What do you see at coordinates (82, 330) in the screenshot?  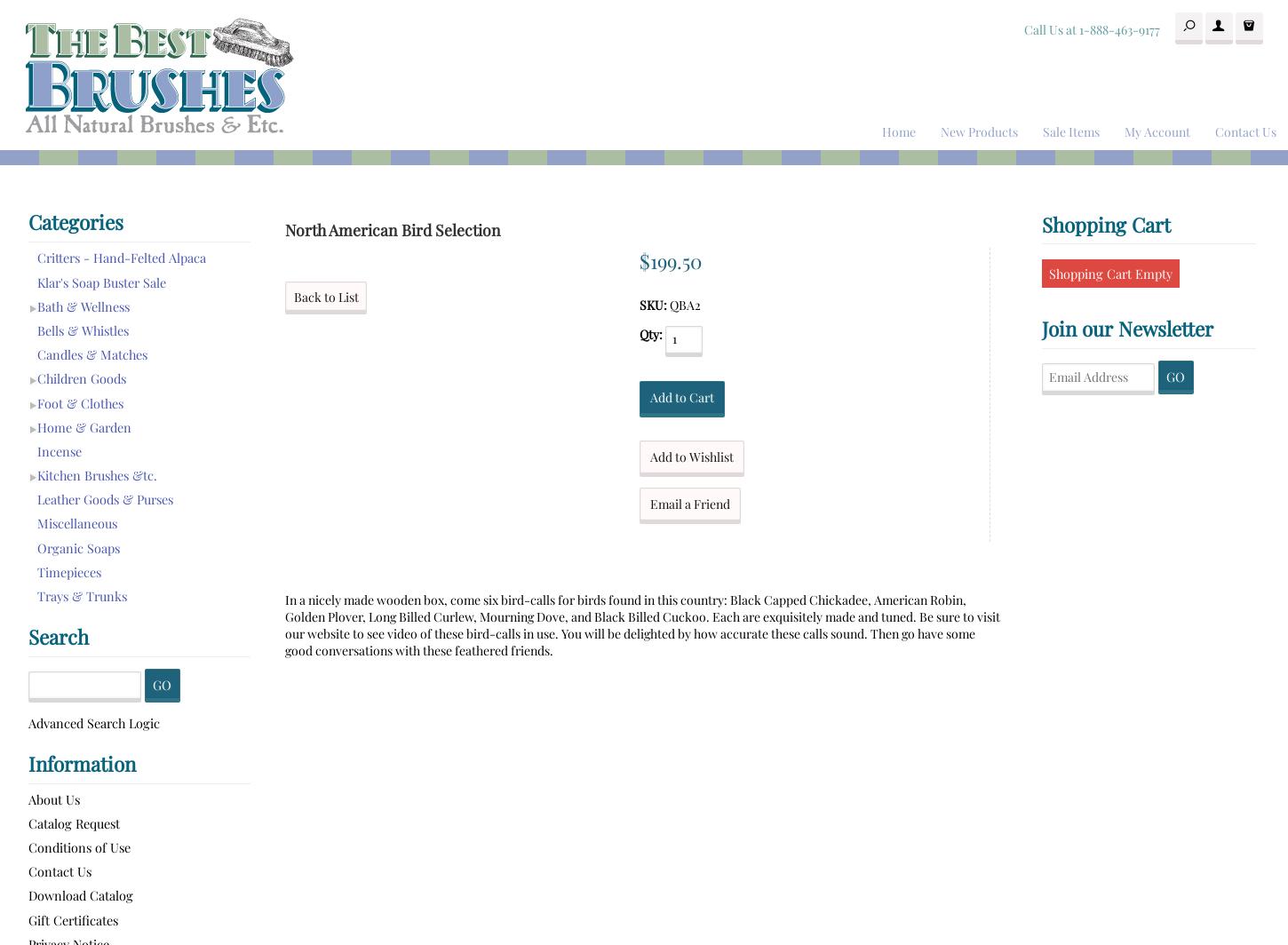 I see `'Bells & Whistles'` at bounding box center [82, 330].